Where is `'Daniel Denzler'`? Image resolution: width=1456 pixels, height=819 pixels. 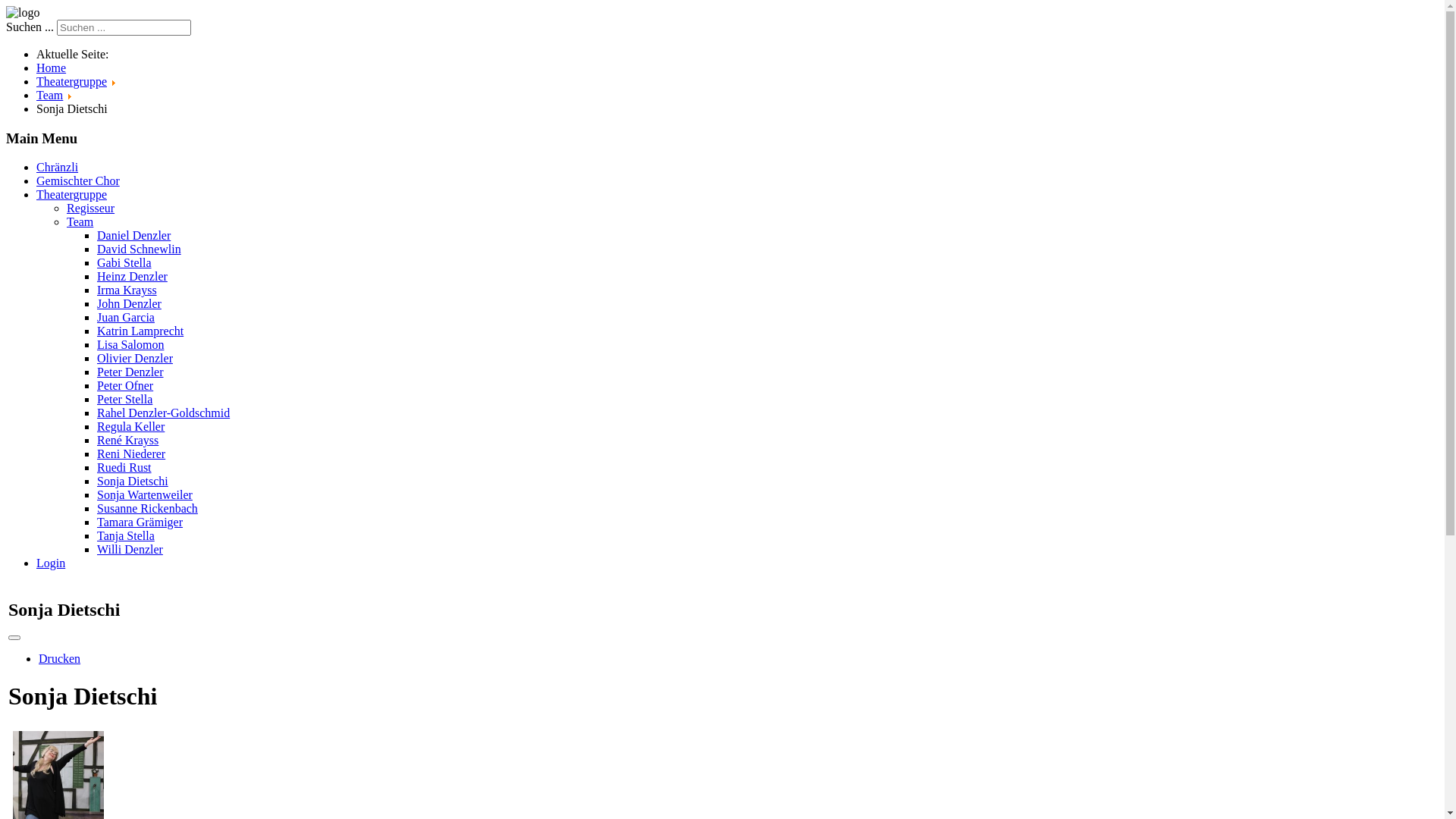
'Daniel Denzler' is located at coordinates (133, 235).